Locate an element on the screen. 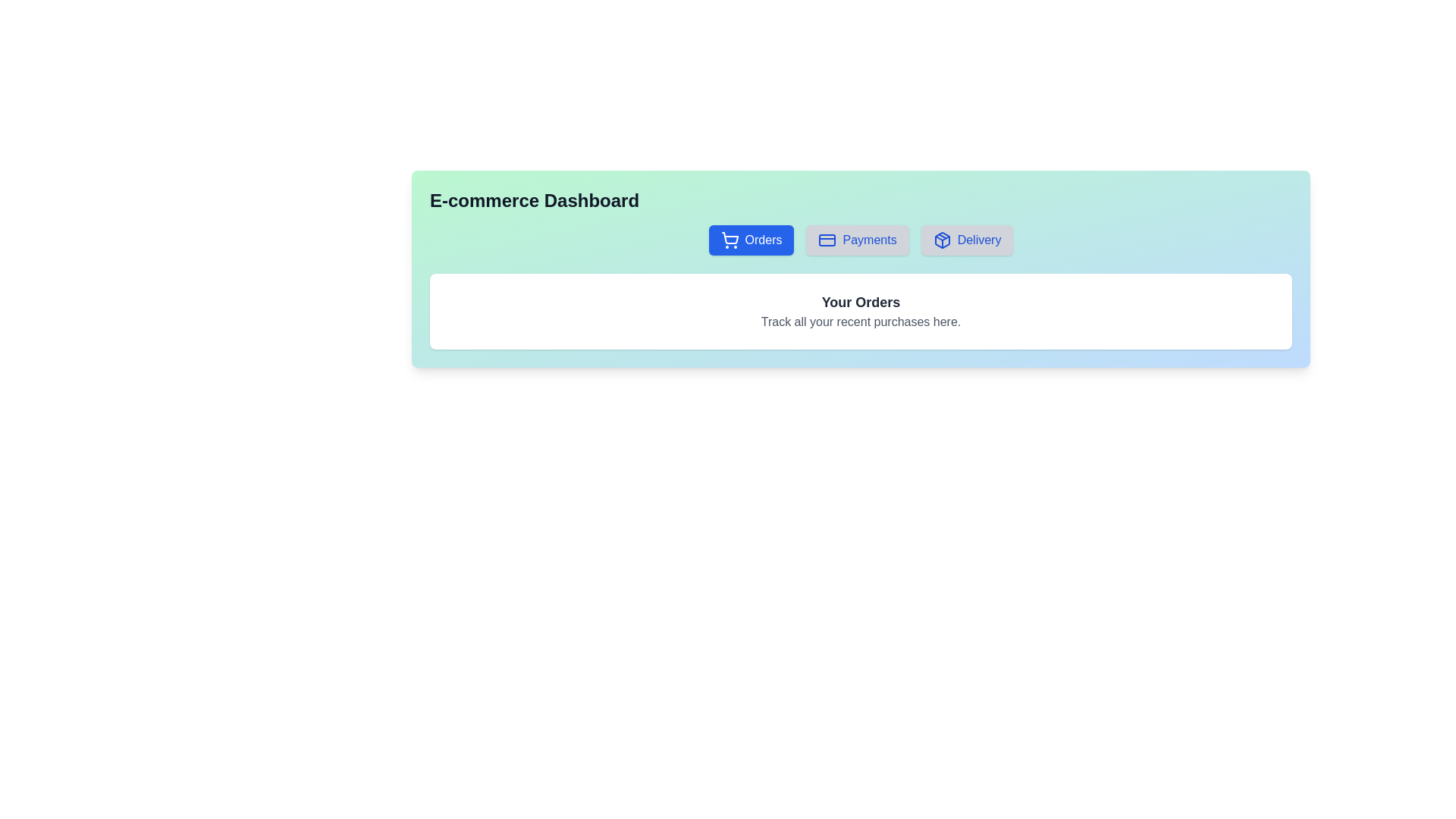 The height and width of the screenshot is (819, 1456). the Text block that describes the section's purpose for tracking recent purchases, located just below the main heading 'Your Orders' is located at coordinates (861, 321).